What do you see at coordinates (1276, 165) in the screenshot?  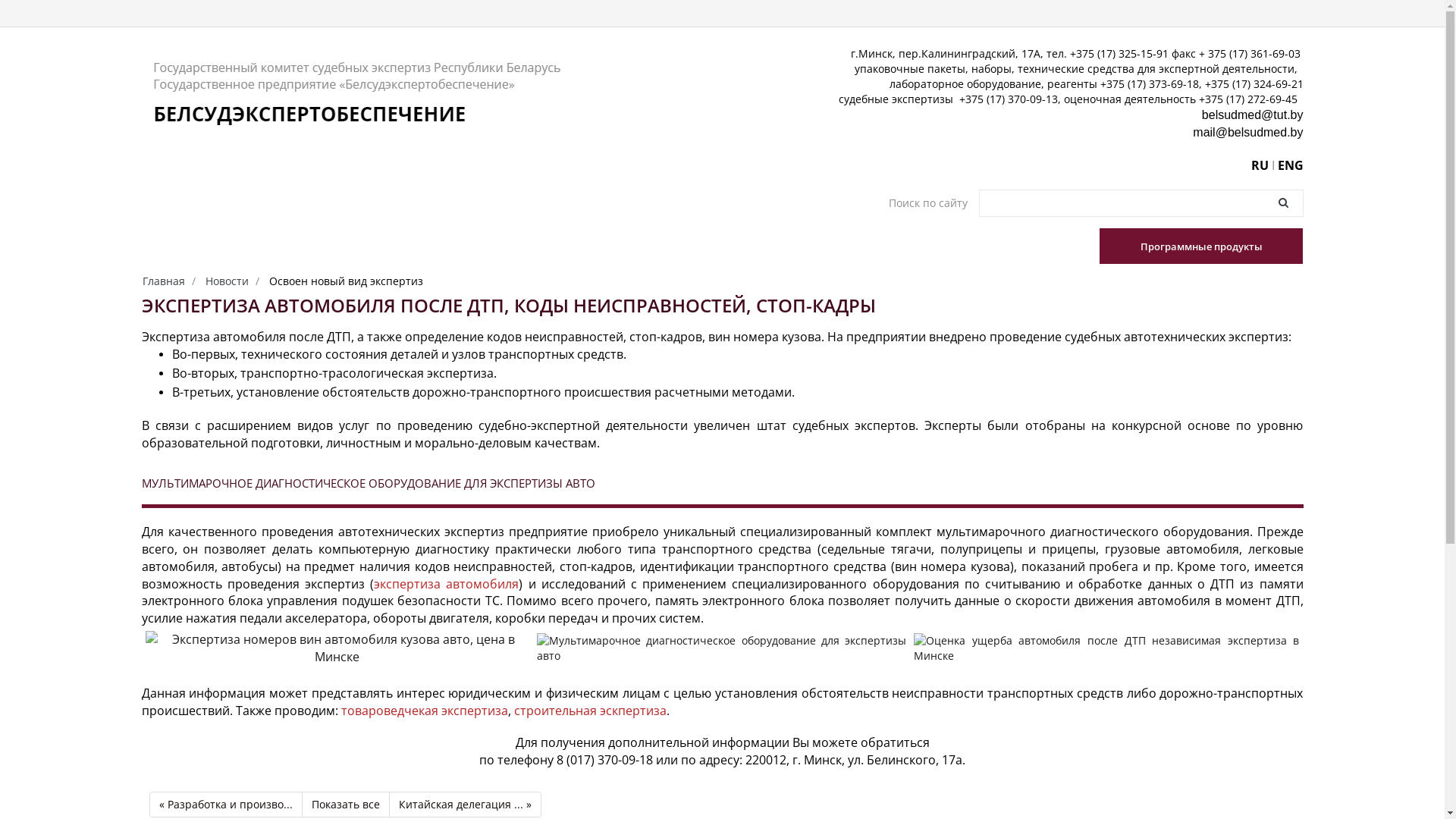 I see `'ENG'` at bounding box center [1276, 165].